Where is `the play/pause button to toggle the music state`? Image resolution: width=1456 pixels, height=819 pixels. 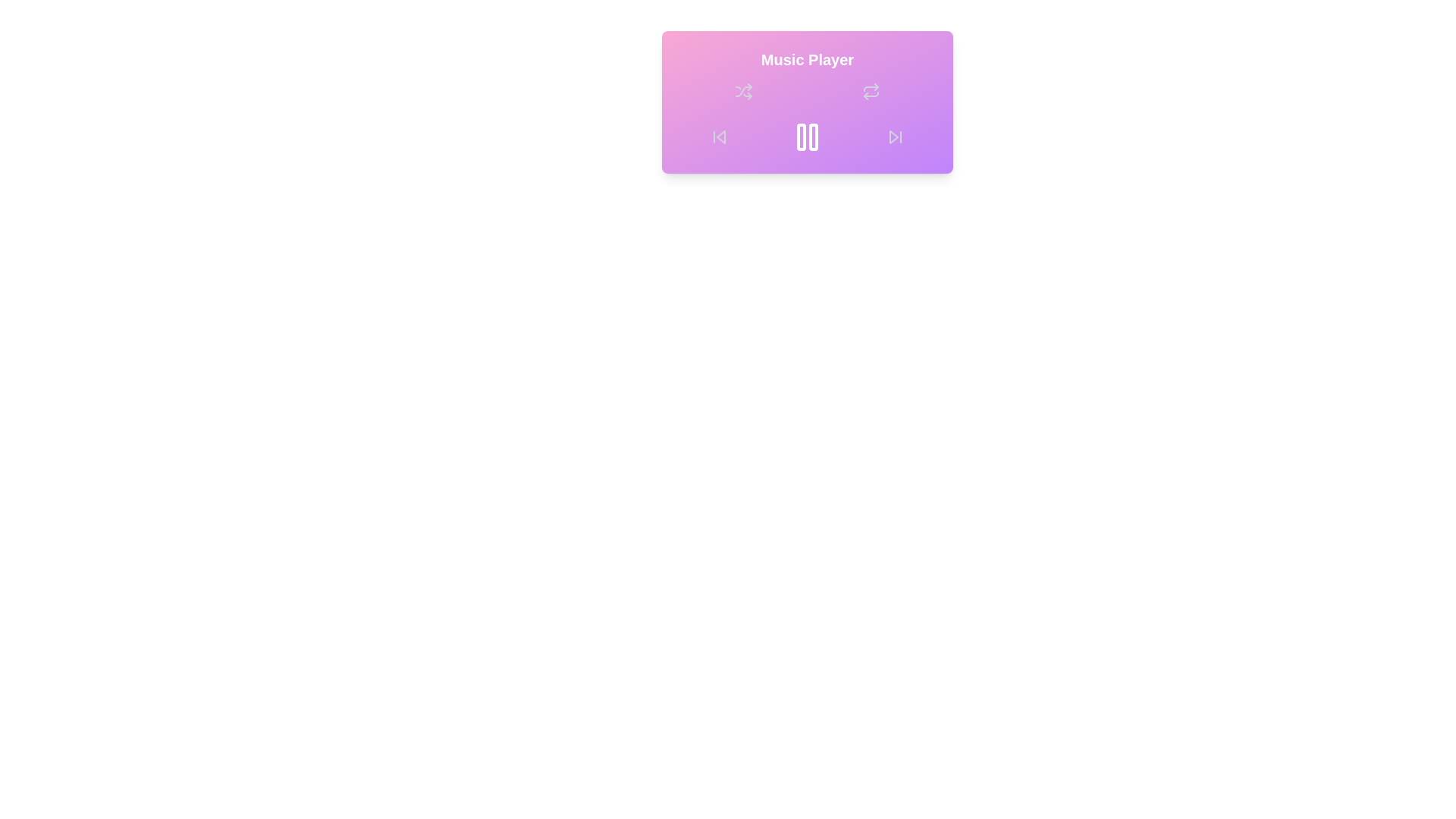 the play/pause button to toggle the music state is located at coordinates (807, 137).